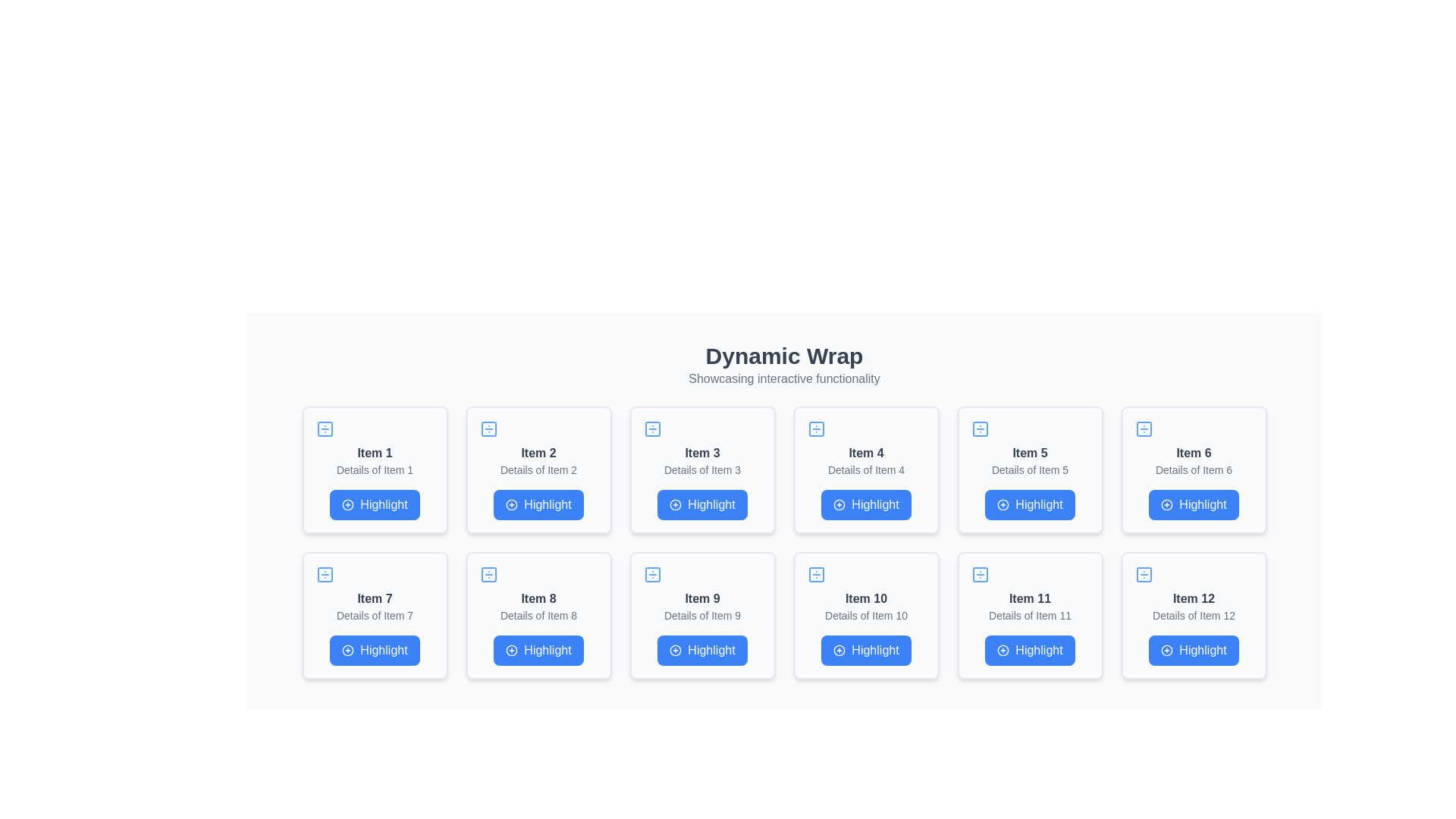 The width and height of the screenshot is (1456, 819). What do you see at coordinates (1144, 429) in the screenshot?
I see `the decorative visual component of the SVG icon located in the top-right corner of the card labeled 'Item 6'` at bounding box center [1144, 429].